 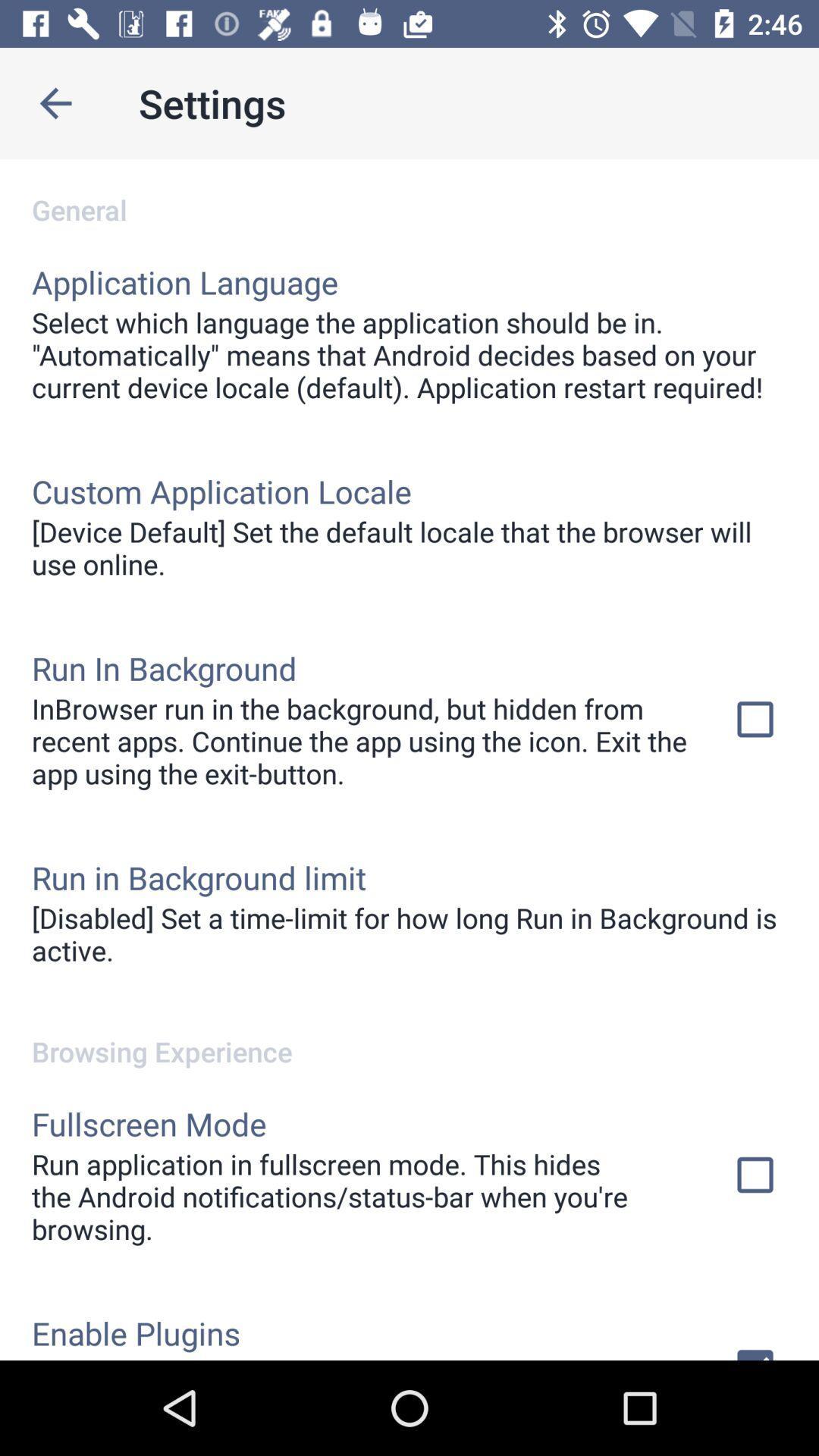 What do you see at coordinates (409, 1034) in the screenshot?
I see `the icon above fullscreen mode` at bounding box center [409, 1034].